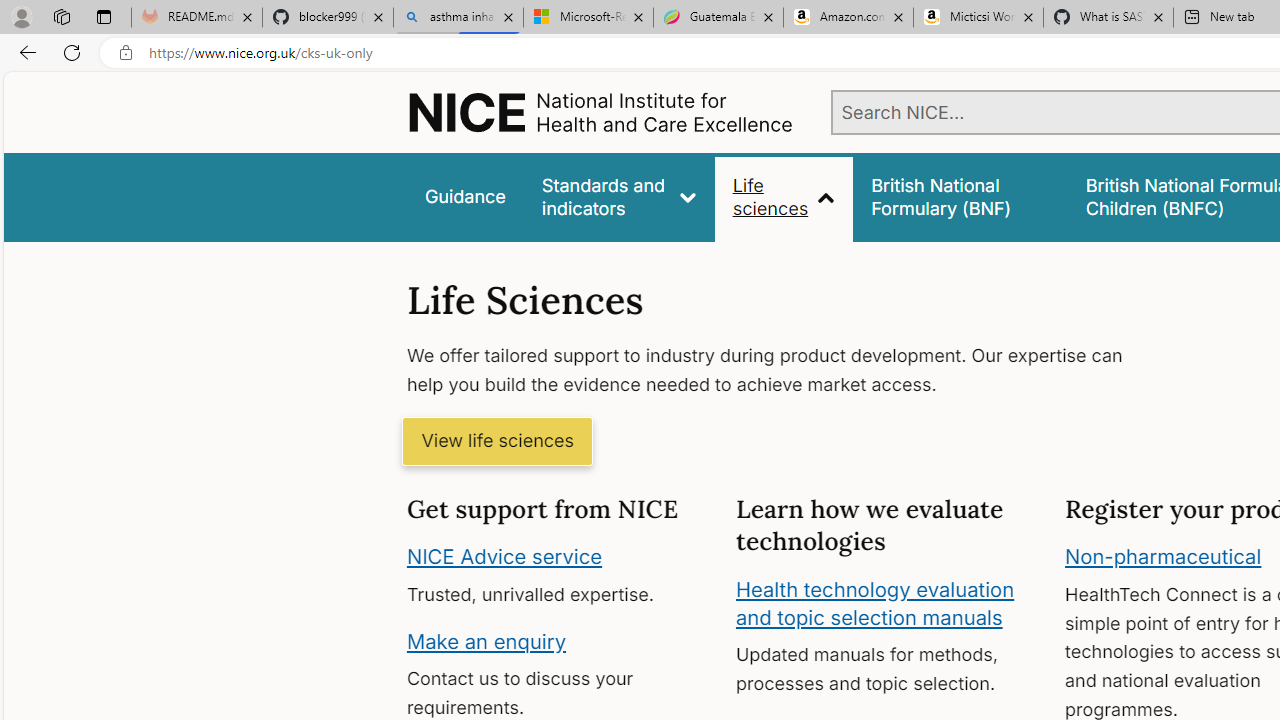  I want to click on 'Make an enquiry', so click(486, 640).